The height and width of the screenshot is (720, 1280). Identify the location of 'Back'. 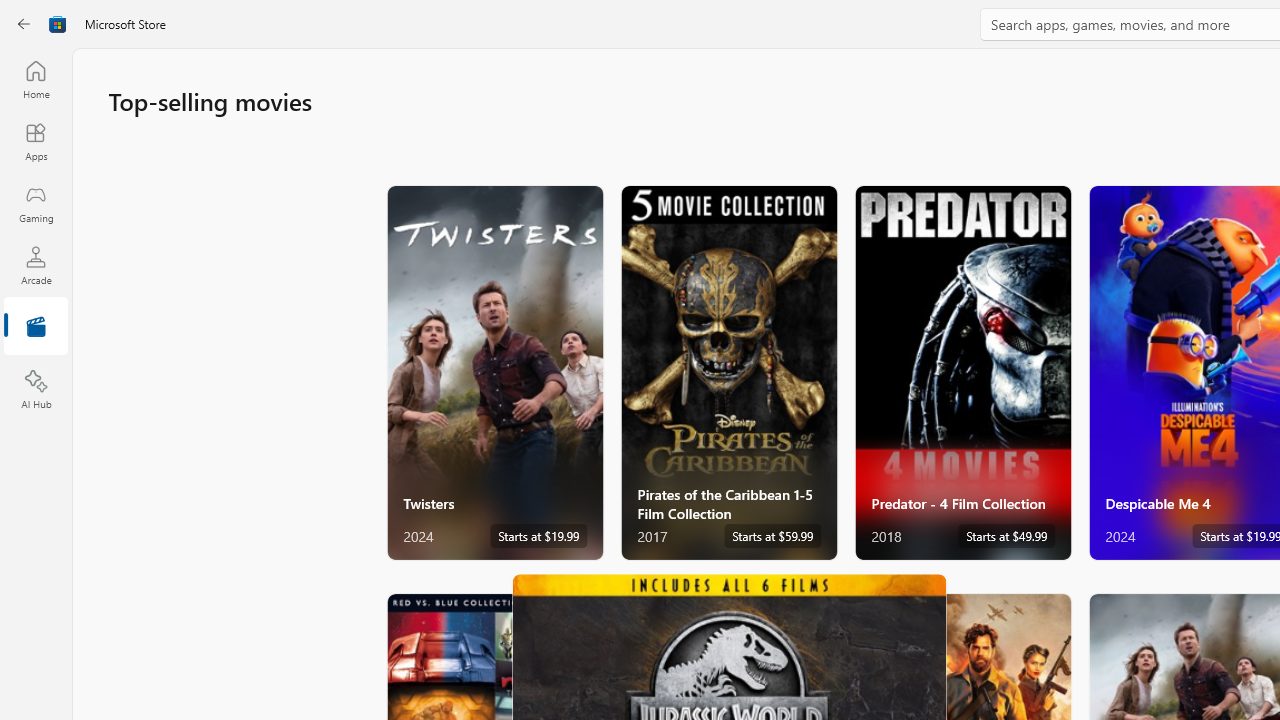
(24, 24).